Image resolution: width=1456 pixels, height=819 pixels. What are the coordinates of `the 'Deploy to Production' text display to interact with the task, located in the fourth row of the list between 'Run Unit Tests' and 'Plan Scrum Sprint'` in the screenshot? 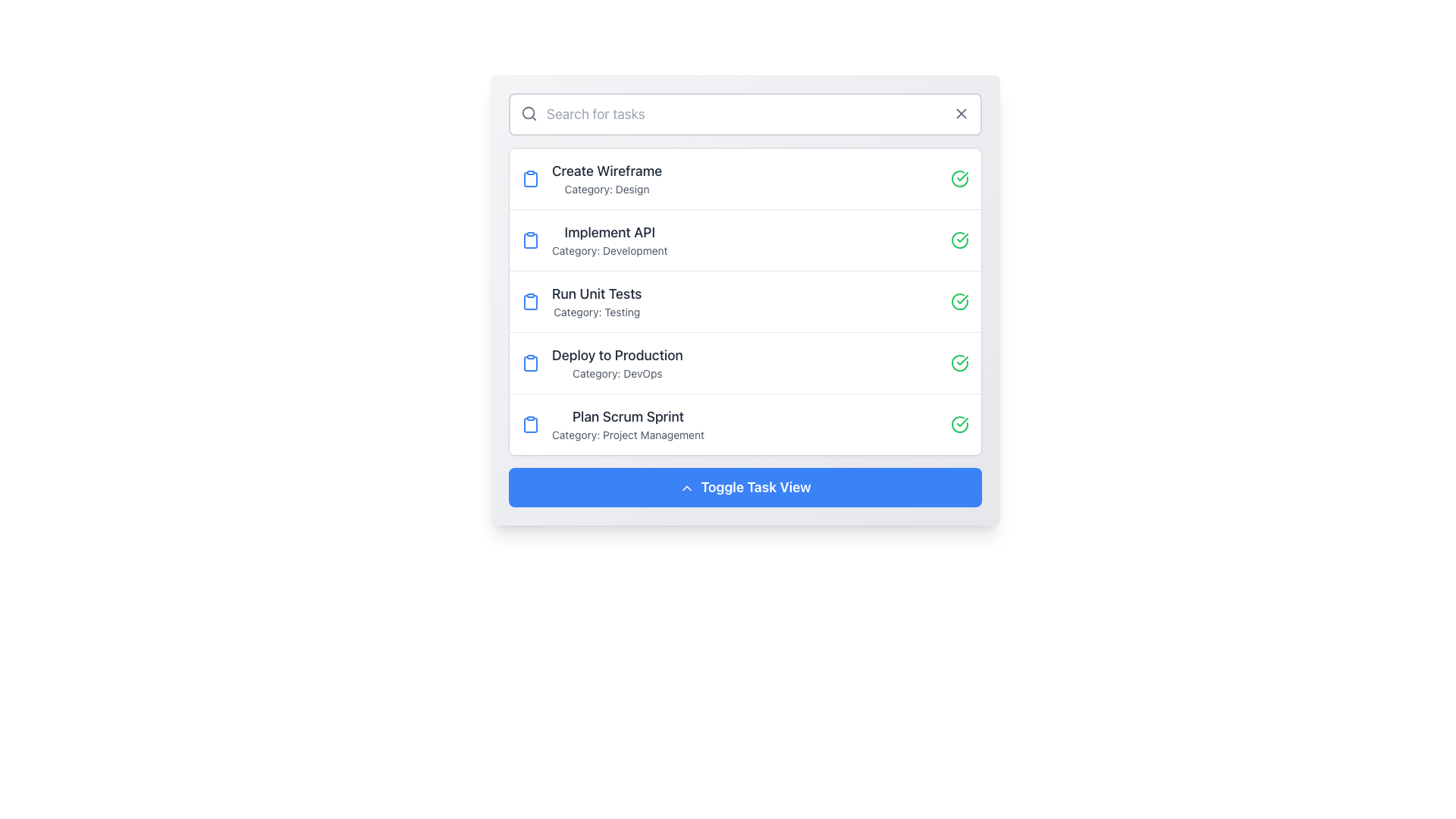 It's located at (617, 362).